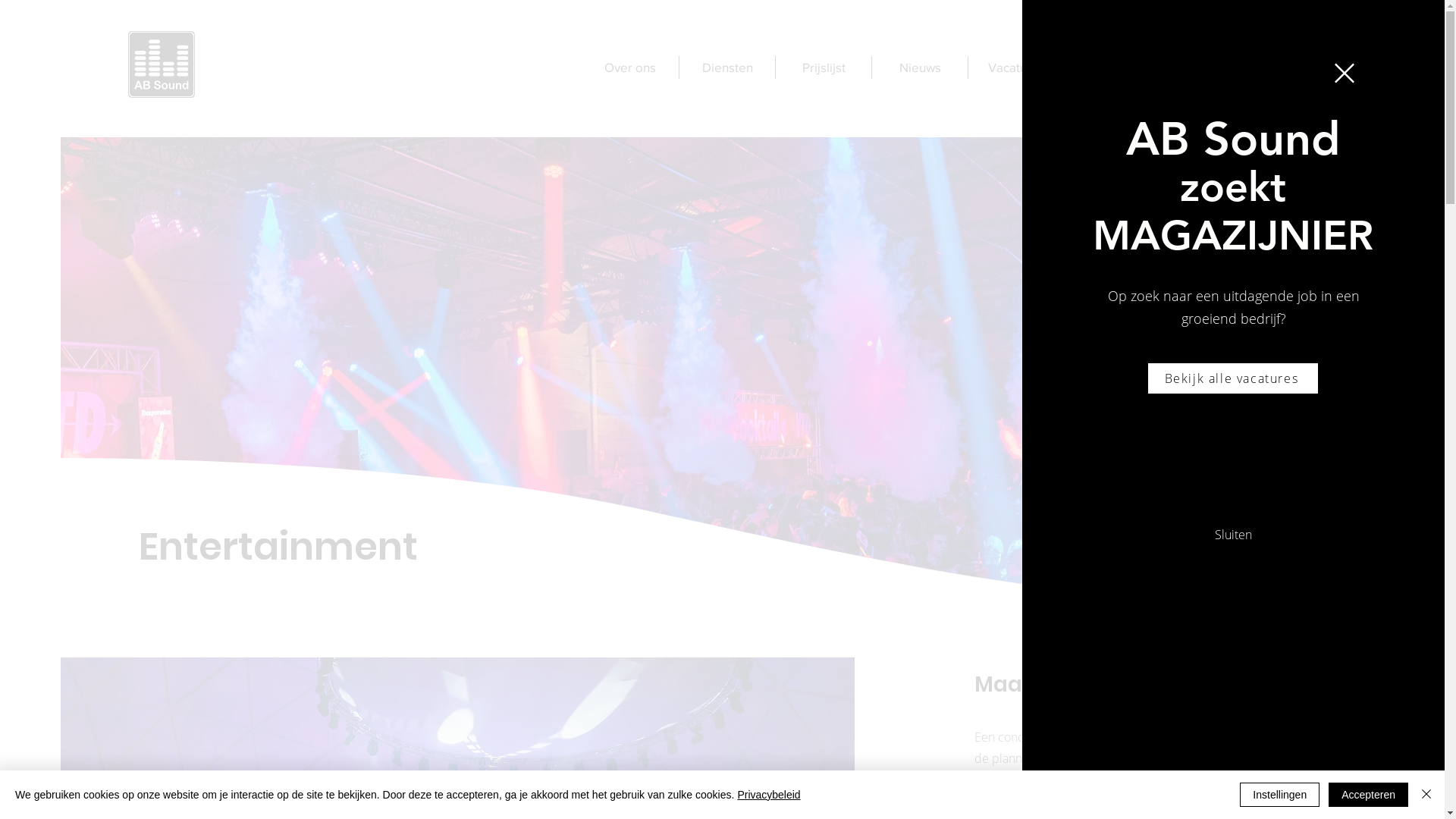 This screenshot has height=819, width=1456. I want to click on 'Nieuws', so click(919, 66).